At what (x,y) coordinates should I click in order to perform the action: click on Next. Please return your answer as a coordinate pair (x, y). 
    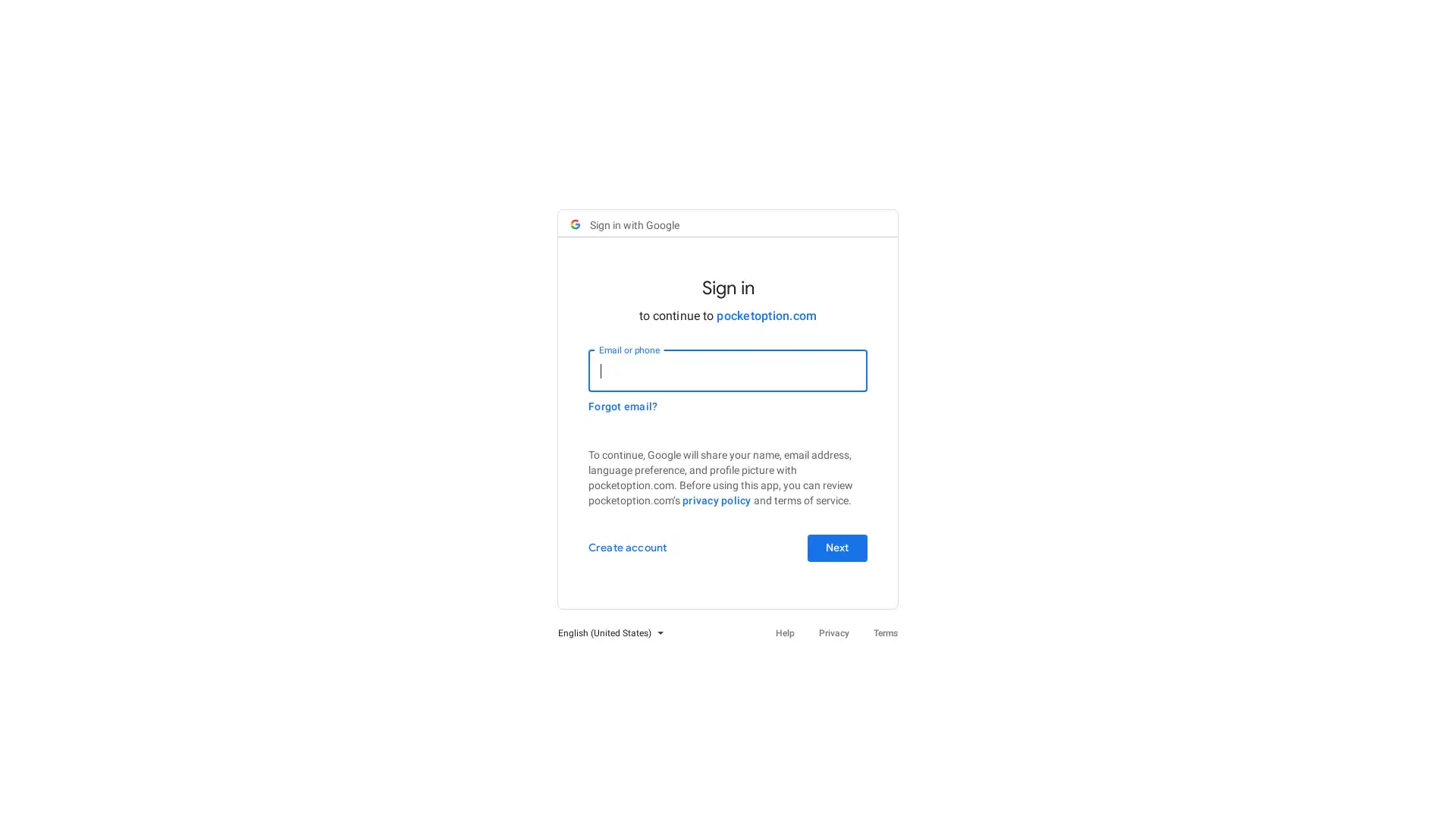
    Looking at the image, I should click on (836, 548).